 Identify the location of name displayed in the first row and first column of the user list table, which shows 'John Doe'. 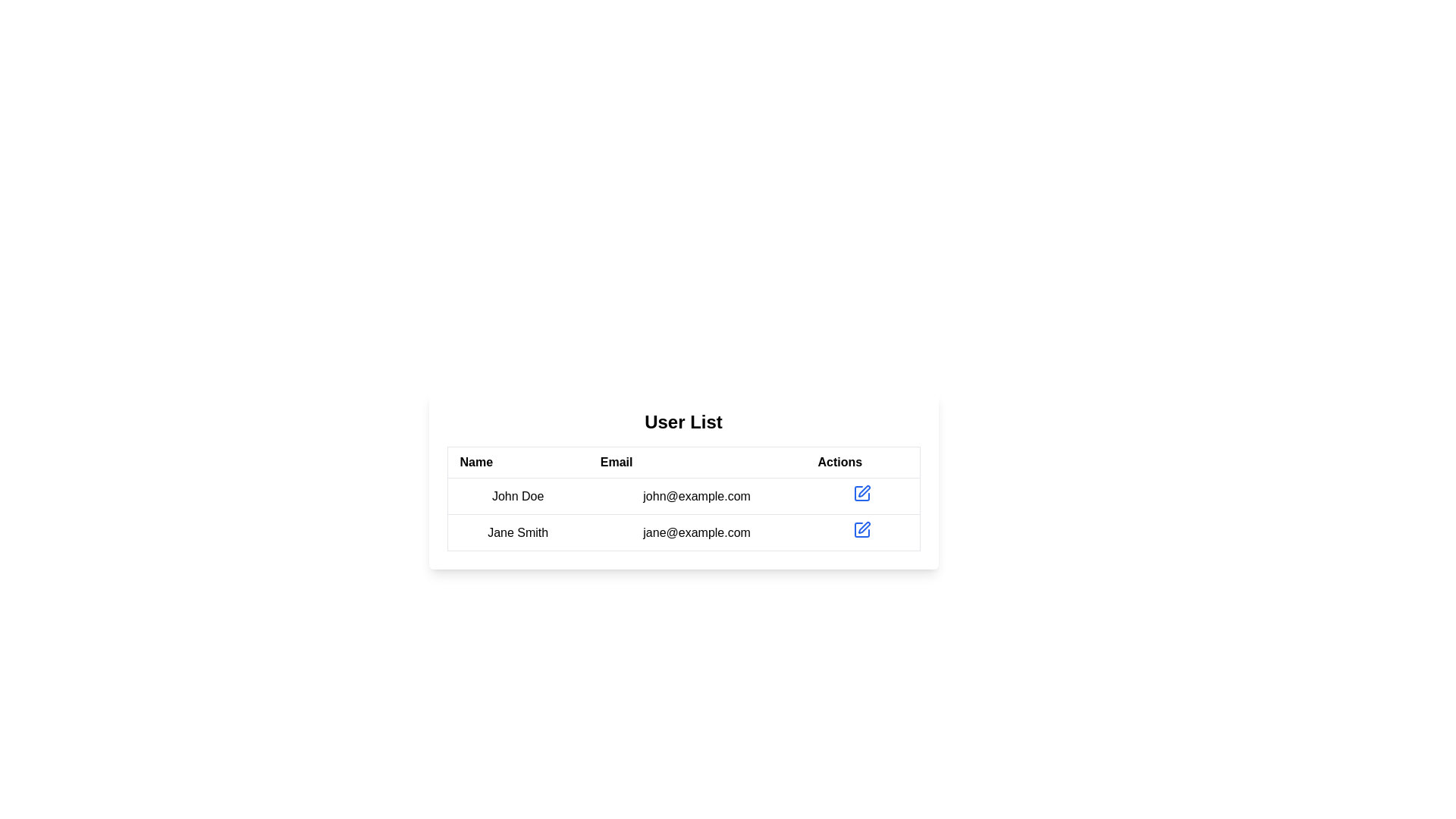
(517, 496).